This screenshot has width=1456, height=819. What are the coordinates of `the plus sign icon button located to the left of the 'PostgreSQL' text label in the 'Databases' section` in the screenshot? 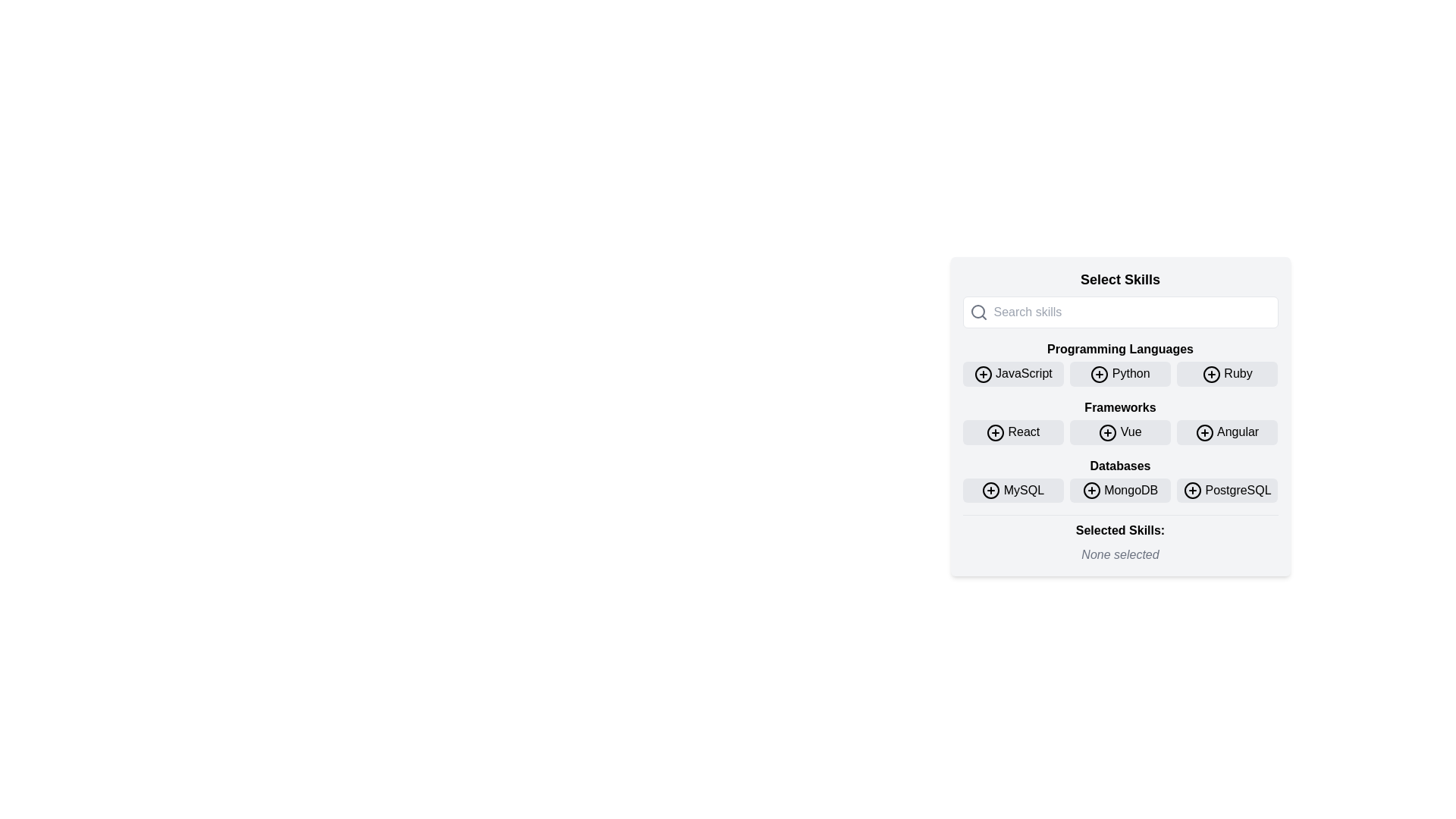 It's located at (1192, 491).